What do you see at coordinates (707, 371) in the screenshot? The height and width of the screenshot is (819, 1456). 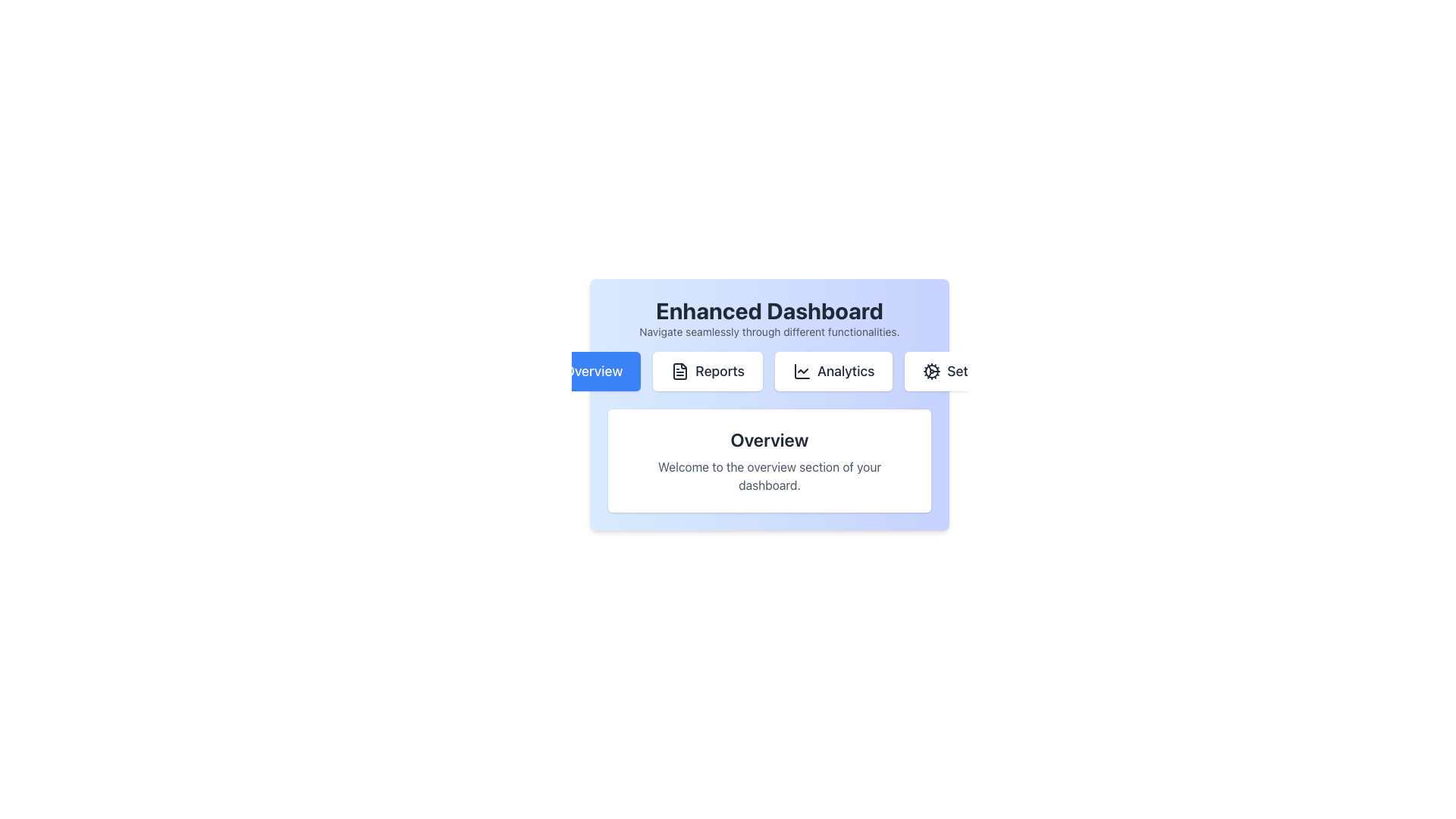 I see `the 'Reports' button in the navigation bar to trigger visual feedback, such as a scale effect, indicating it is ready for interaction` at bounding box center [707, 371].